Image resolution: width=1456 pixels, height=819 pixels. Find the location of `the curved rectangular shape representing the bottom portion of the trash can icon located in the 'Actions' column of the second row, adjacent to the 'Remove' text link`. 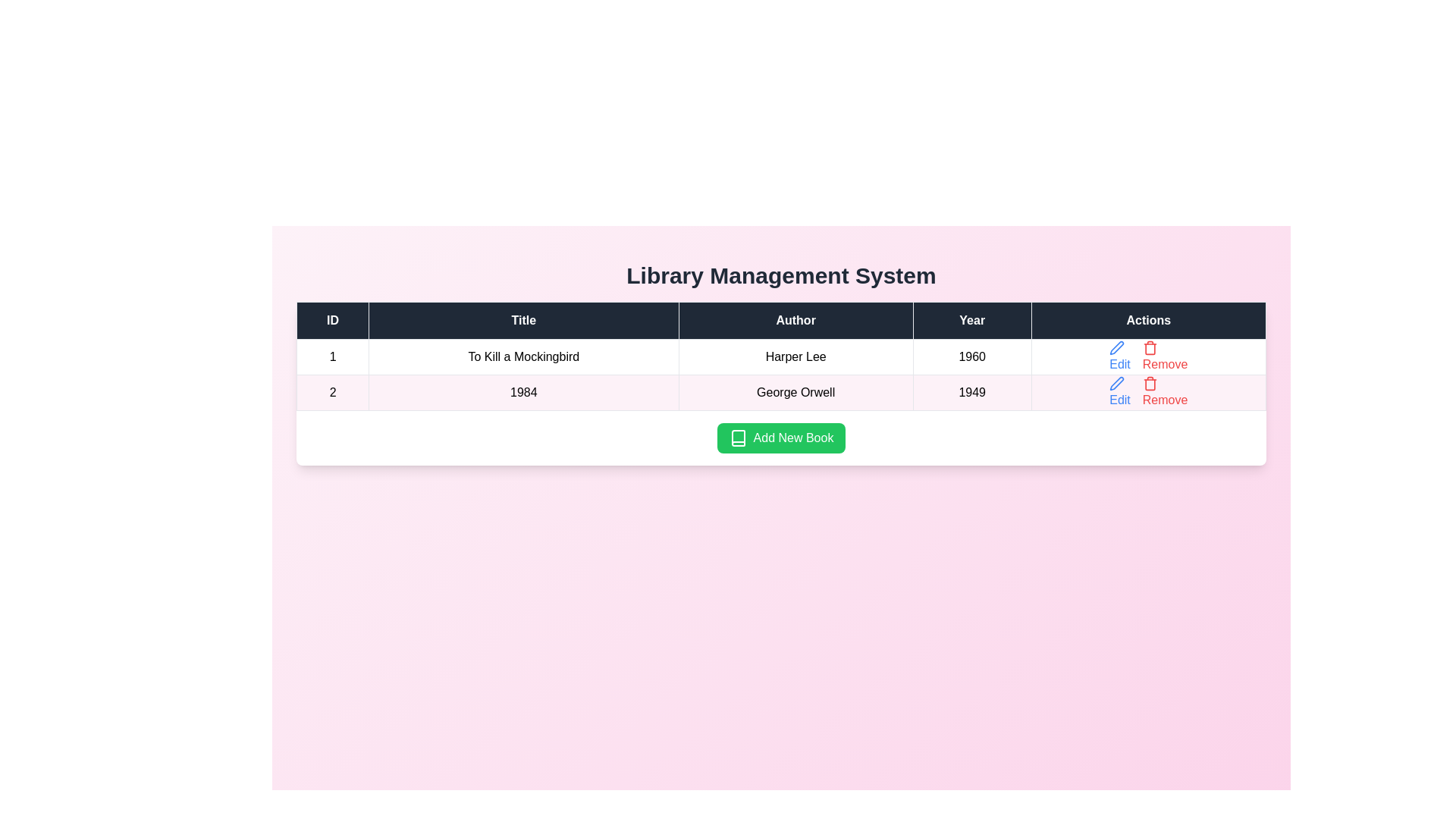

the curved rectangular shape representing the bottom portion of the trash can icon located in the 'Actions' column of the second row, adjacent to the 'Remove' text link is located at coordinates (1150, 384).